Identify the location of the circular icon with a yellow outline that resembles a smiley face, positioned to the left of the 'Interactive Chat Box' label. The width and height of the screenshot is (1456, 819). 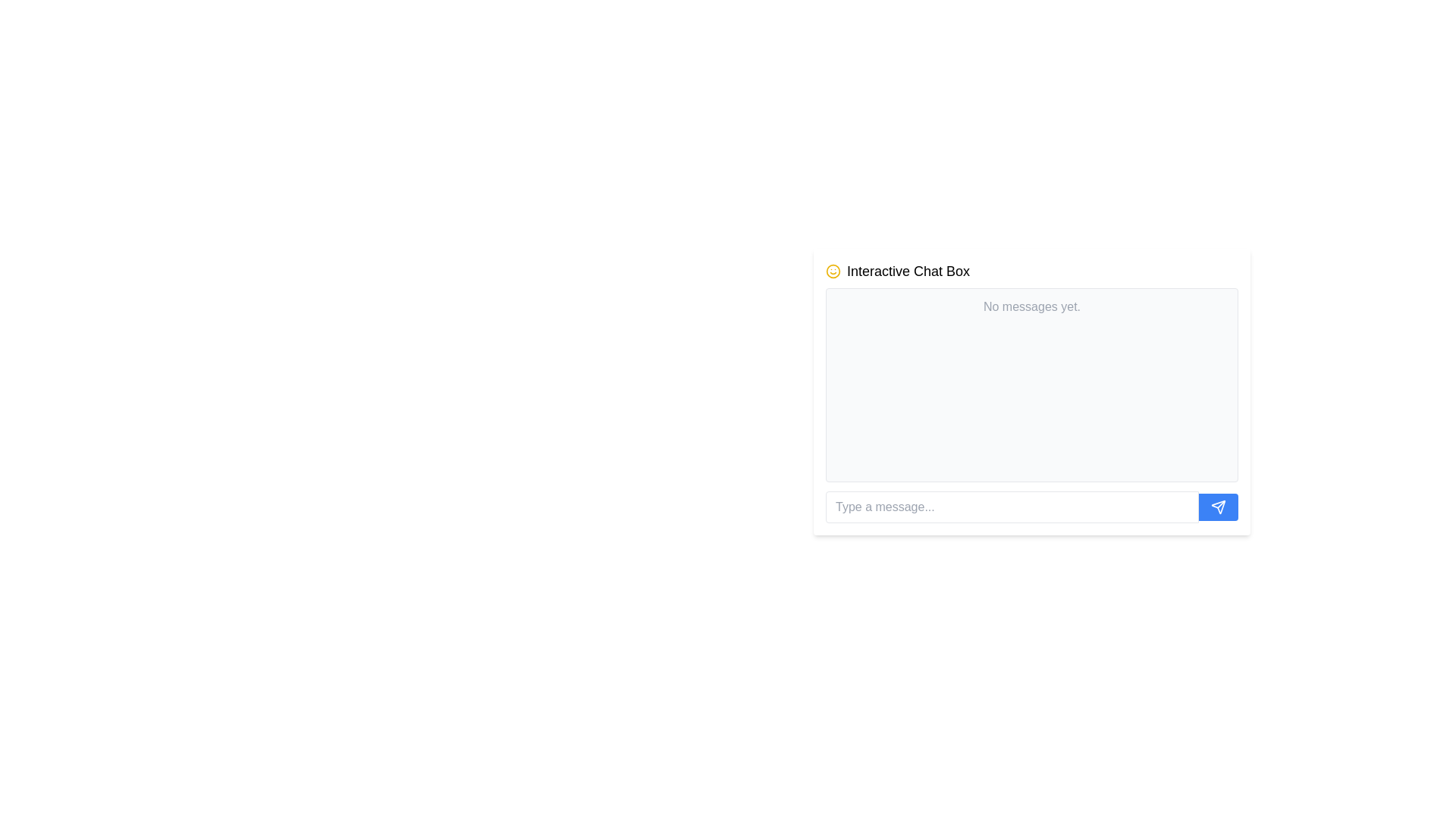
(833, 271).